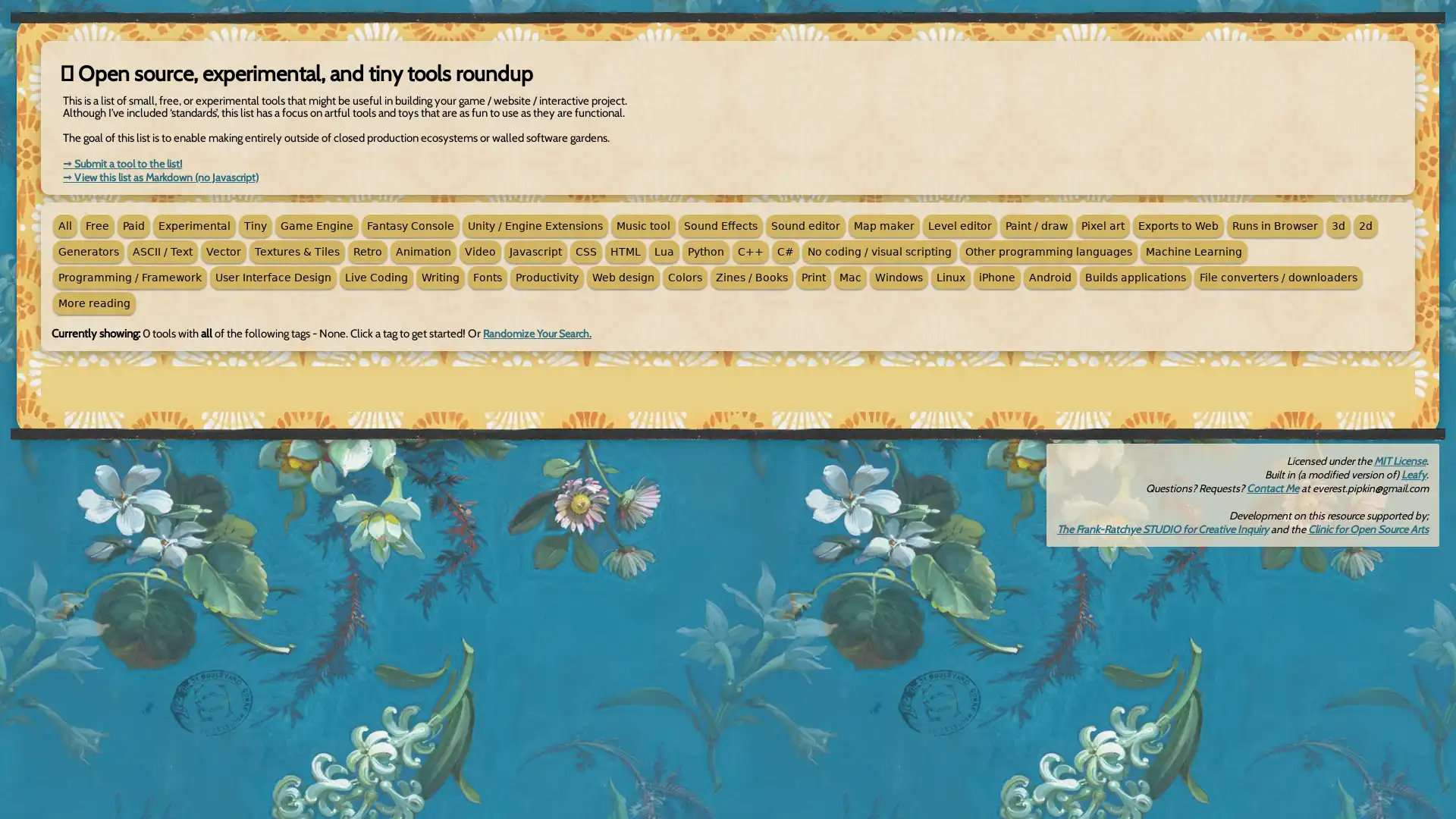 This screenshot has height=819, width=1456. Describe the element at coordinates (130, 278) in the screenshot. I see `Programming / Framework` at that location.